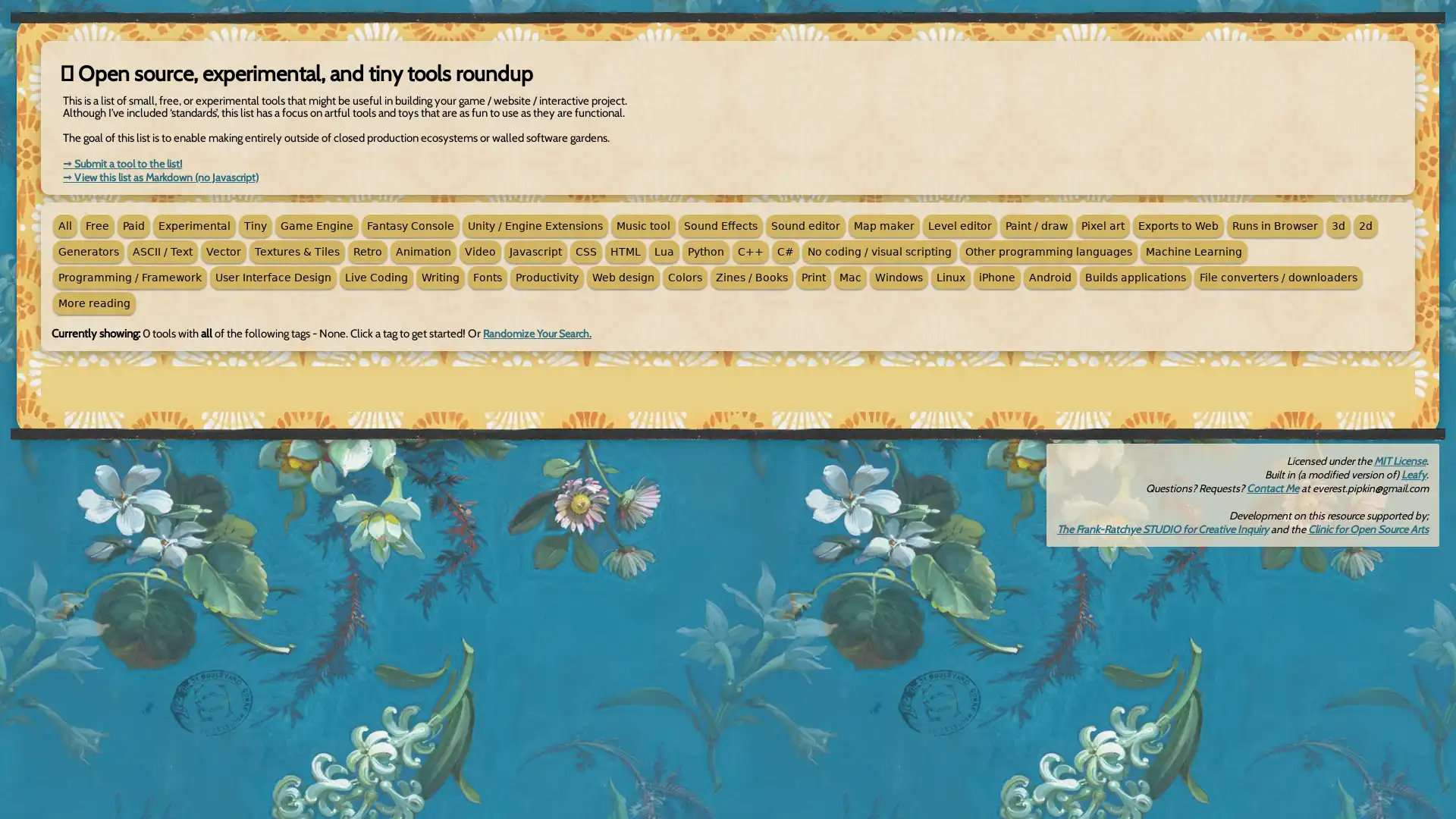 This screenshot has height=819, width=1456. Describe the element at coordinates (130, 278) in the screenshot. I see `Programming / Framework` at that location.